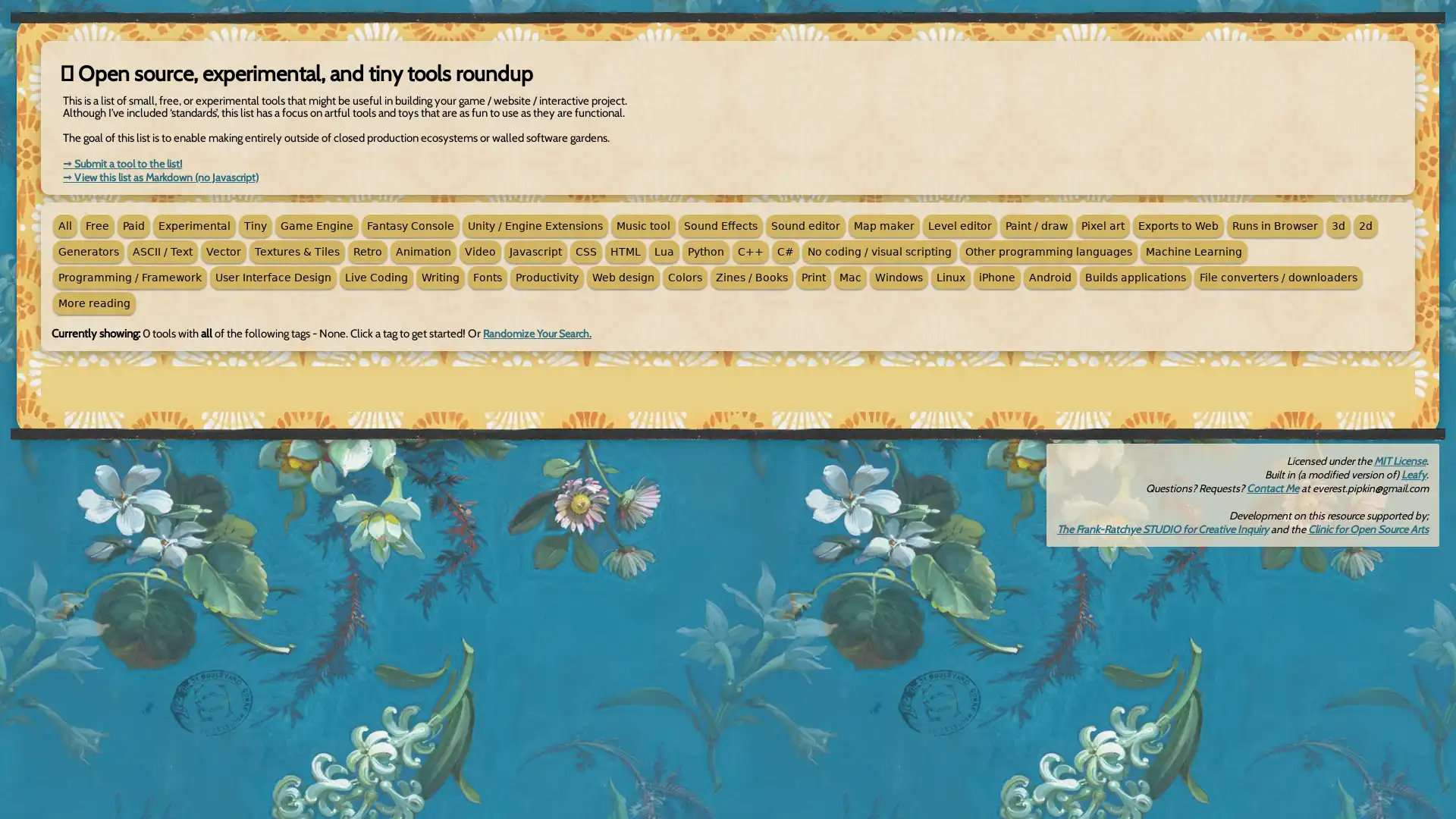 This screenshot has height=819, width=1456. Describe the element at coordinates (130, 278) in the screenshot. I see `Programming / Framework` at that location.